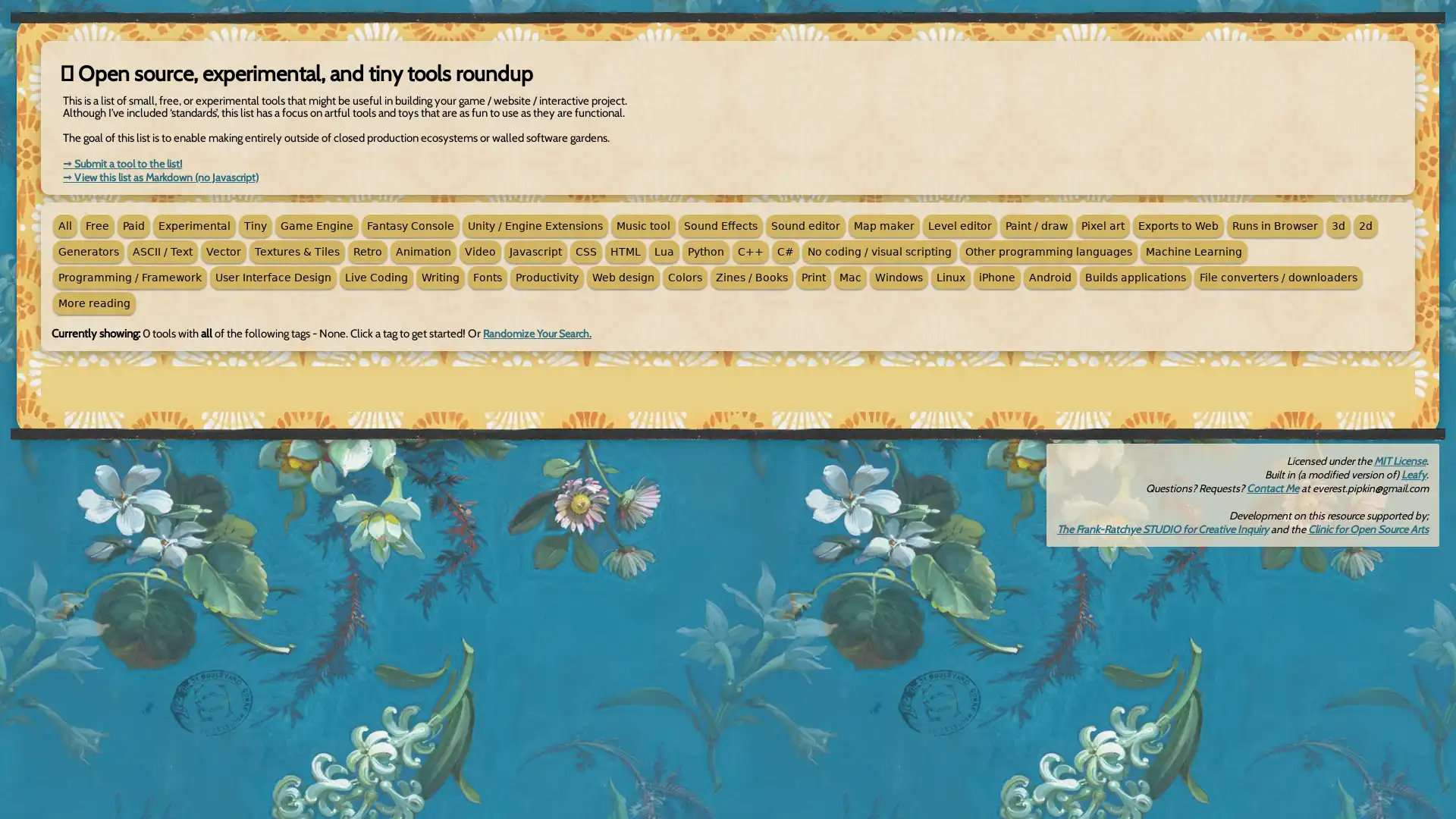 This screenshot has height=819, width=1456. Describe the element at coordinates (130, 278) in the screenshot. I see `Programming / Framework` at that location.